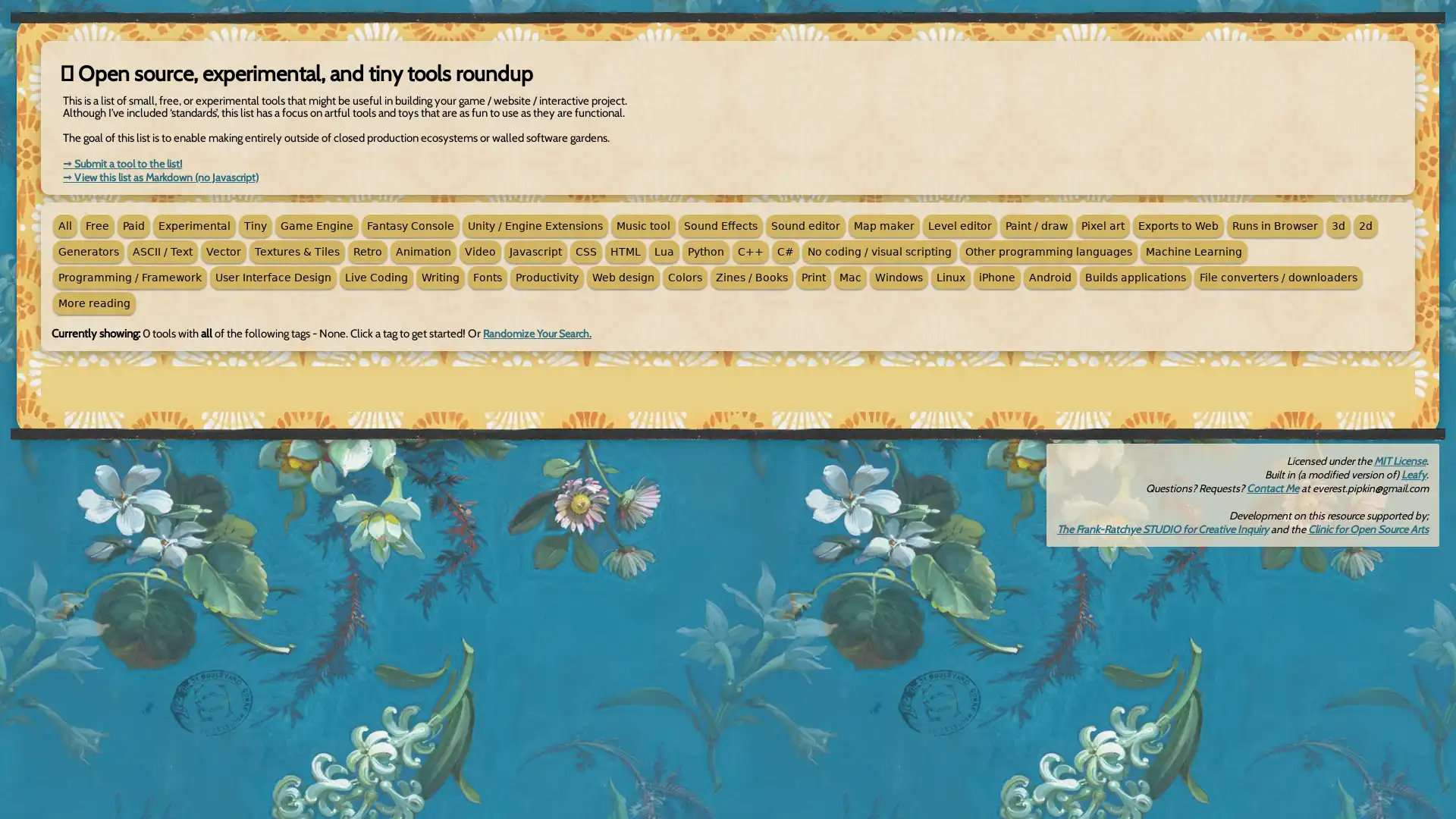 This screenshot has height=819, width=1456. Describe the element at coordinates (130, 278) in the screenshot. I see `Programming / Framework` at that location.